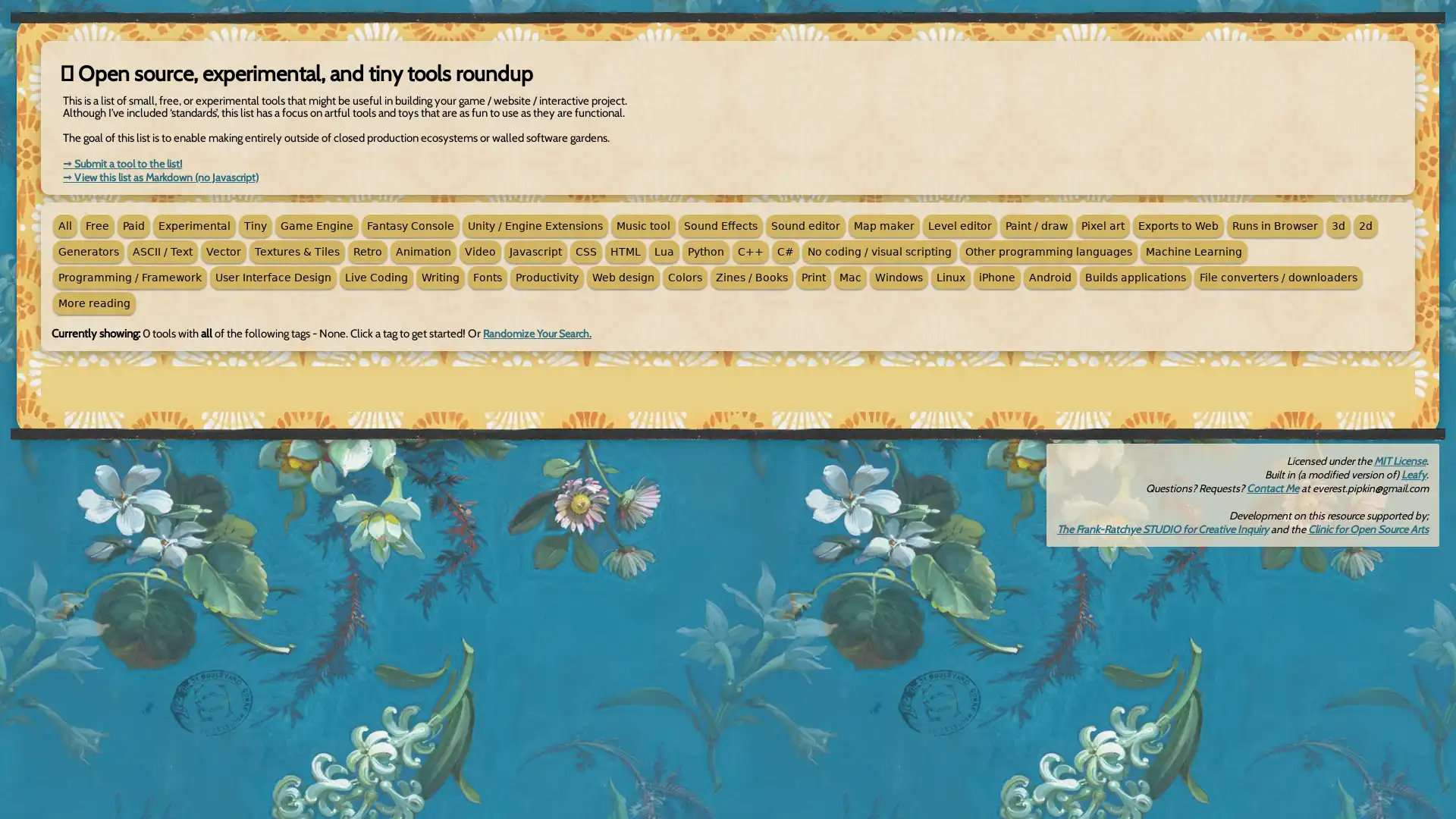 This screenshot has height=819, width=1456. Describe the element at coordinates (130, 278) in the screenshot. I see `Programming / Framework` at that location.